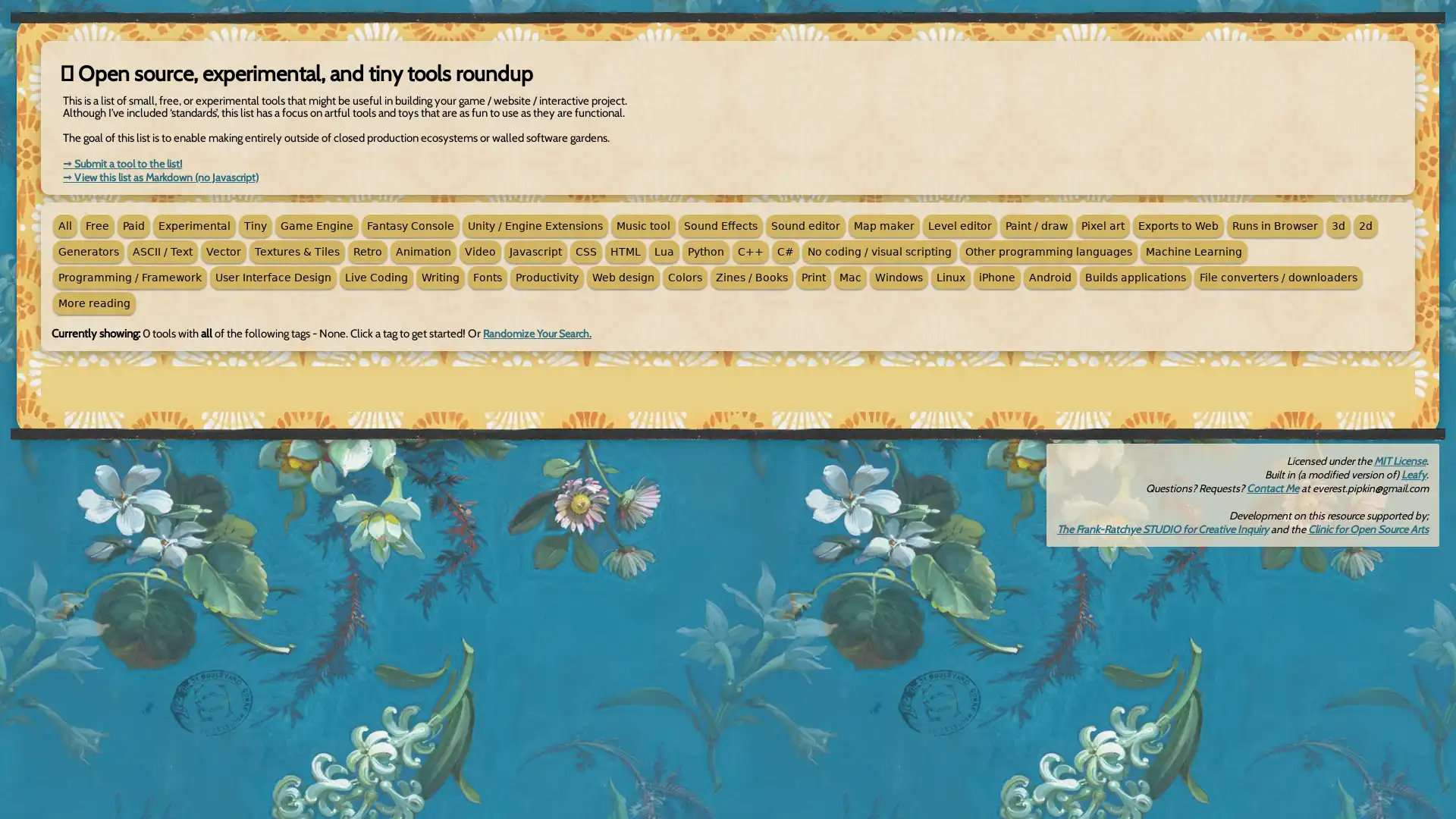 This screenshot has height=819, width=1456. Describe the element at coordinates (130, 278) in the screenshot. I see `Programming / Framework` at that location.